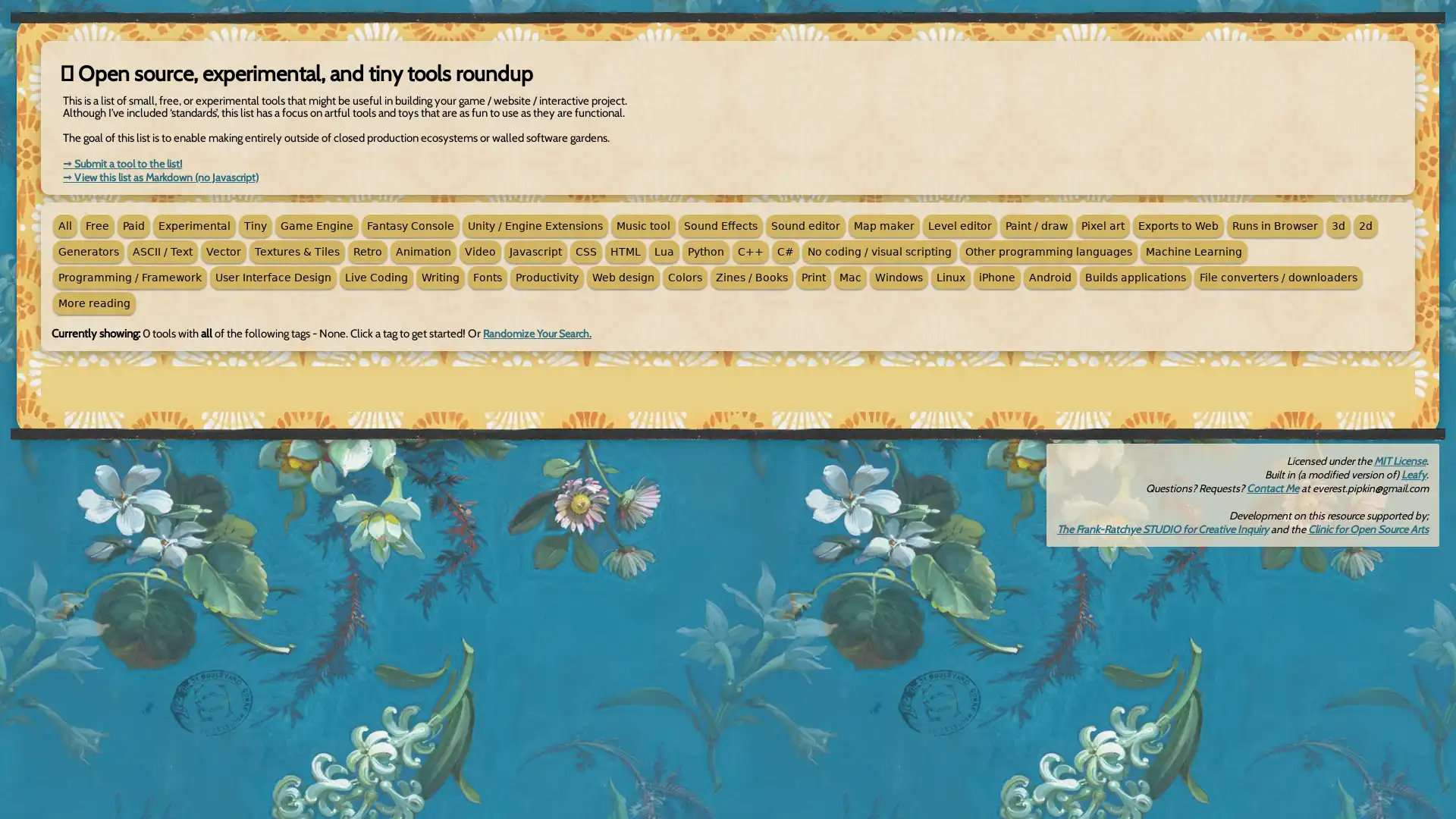 This screenshot has height=819, width=1456. Describe the element at coordinates (130, 278) in the screenshot. I see `Programming / Framework` at that location.